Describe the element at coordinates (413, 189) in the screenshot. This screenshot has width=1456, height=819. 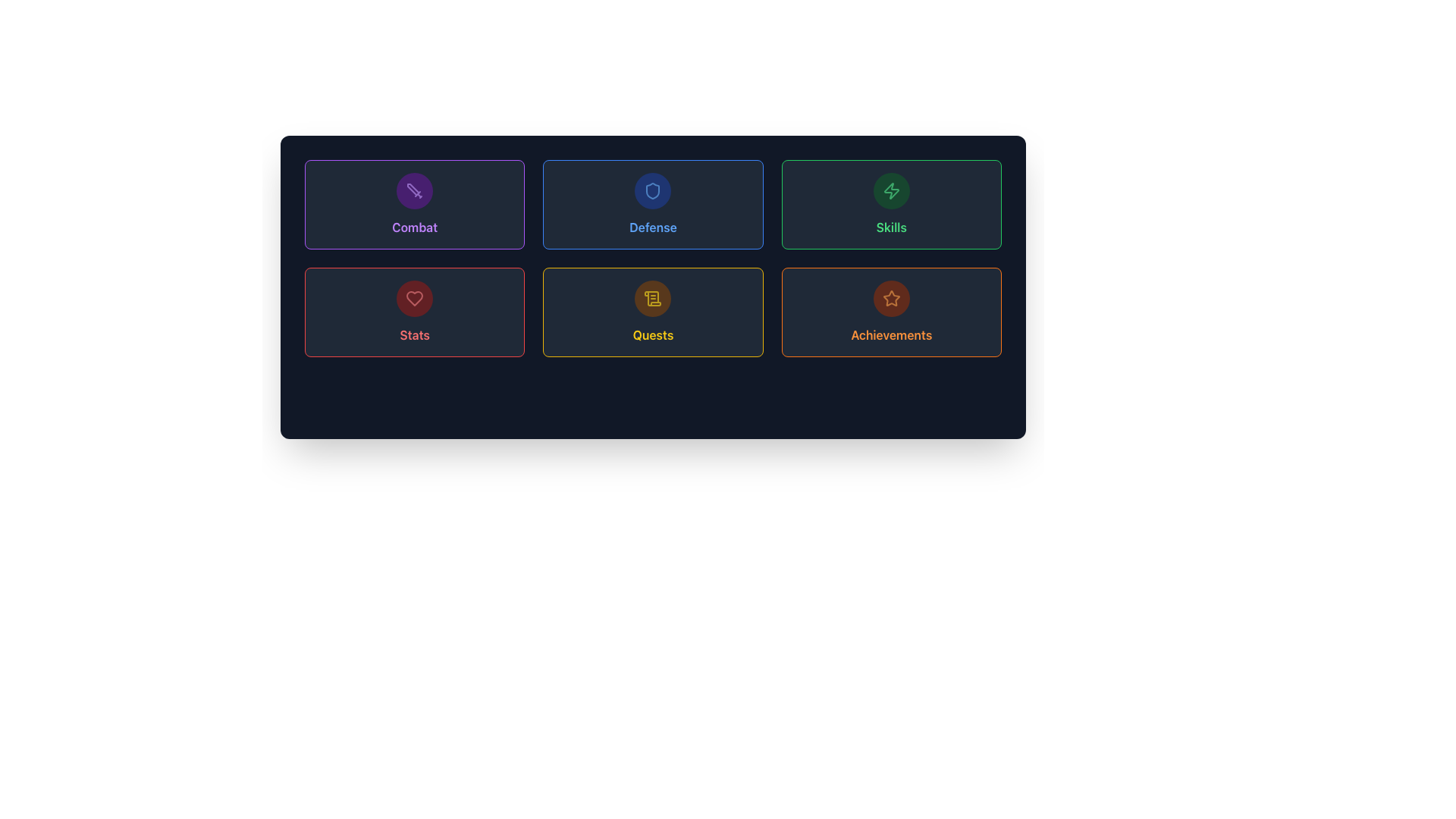
I see `the purple polygonal shape that is part of the sword icon within the Combat card` at that location.